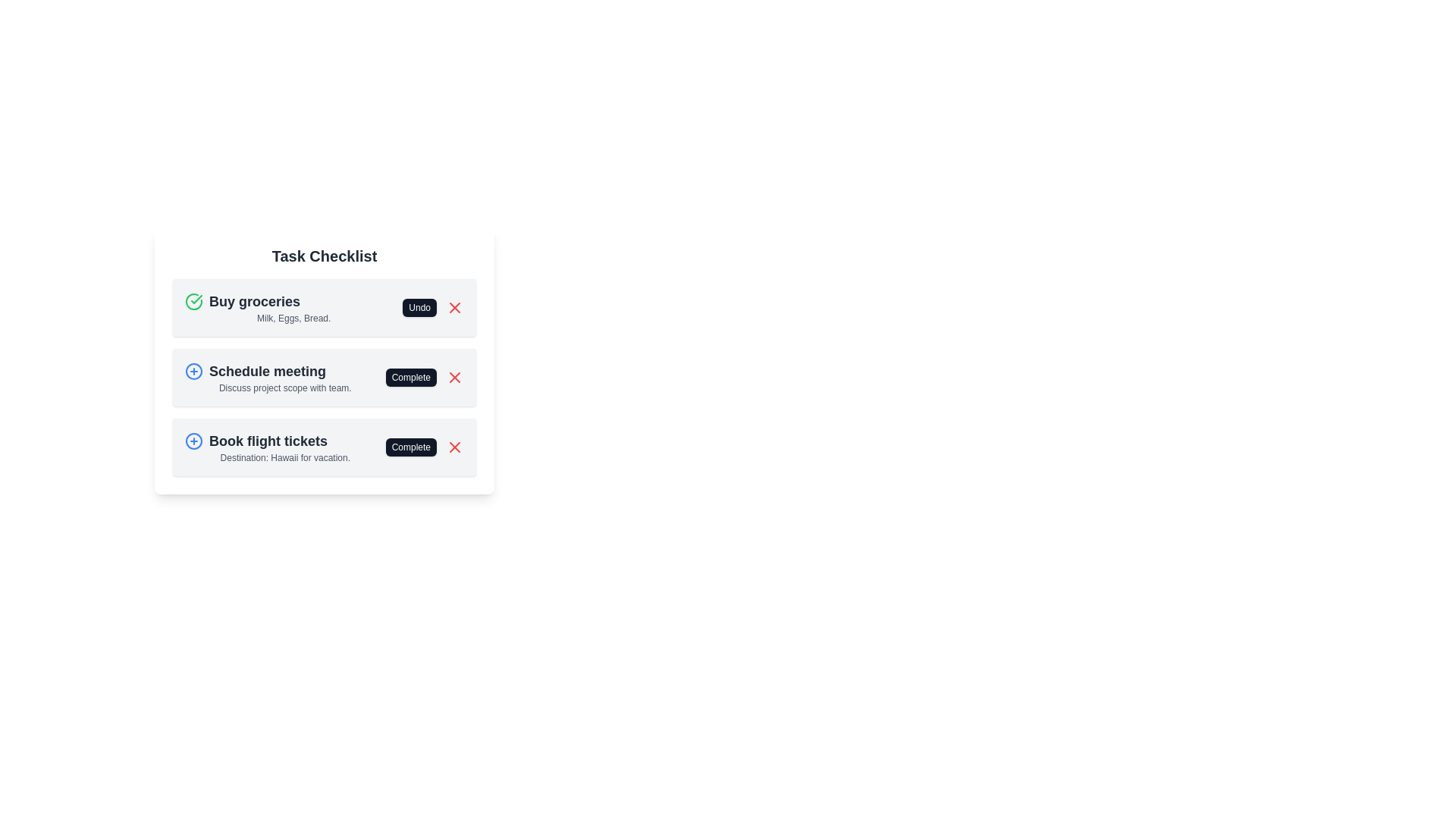 This screenshot has width=1456, height=819. What do you see at coordinates (454, 307) in the screenshot?
I see `remove button for the task 'Buy groceries'` at bounding box center [454, 307].